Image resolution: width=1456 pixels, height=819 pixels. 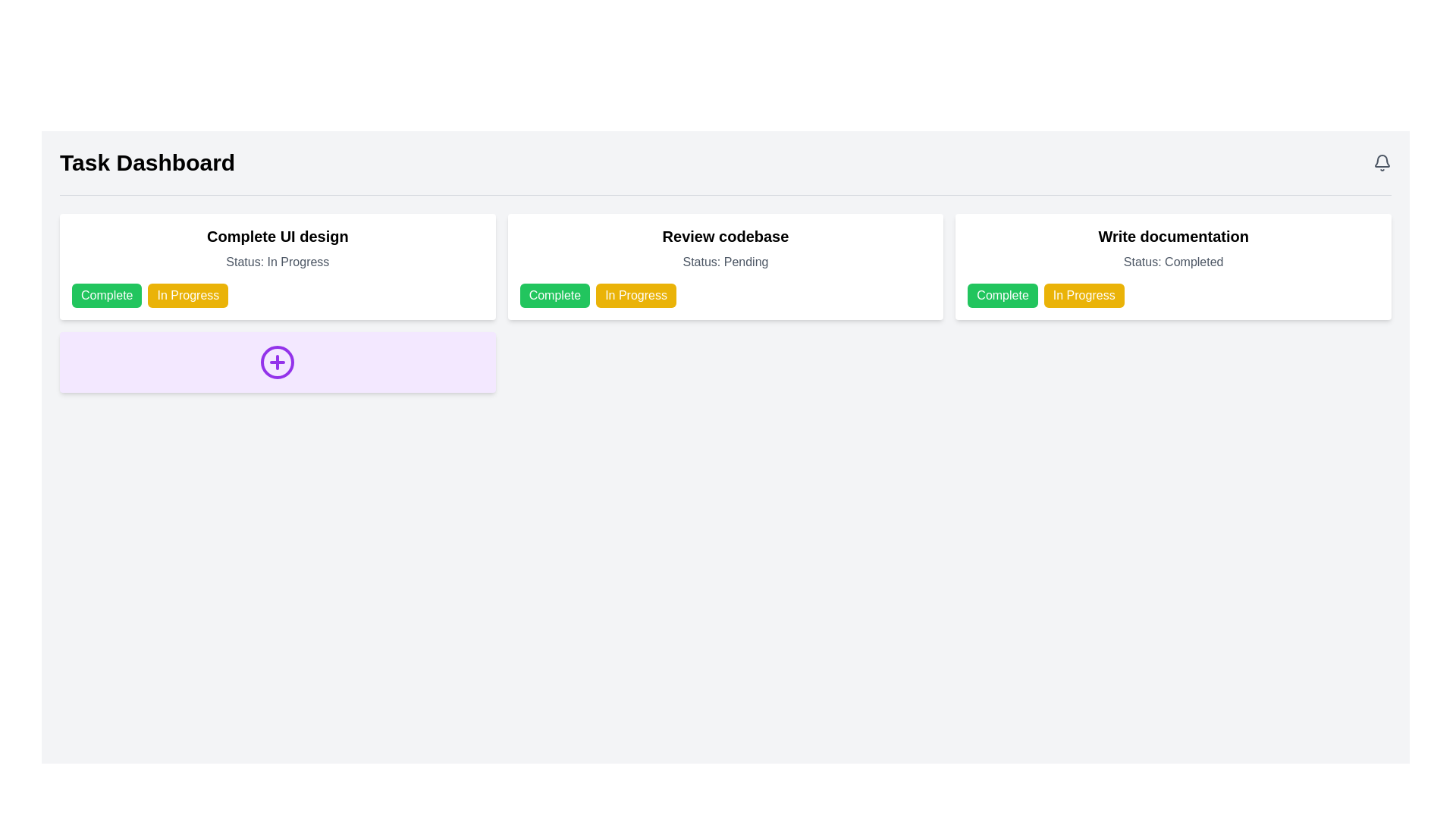 What do you see at coordinates (554, 295) in the screenshot?
I see `the green button labeled 'Complete' located in the 'Review codebase' task card` at bounding box center [554, 295].